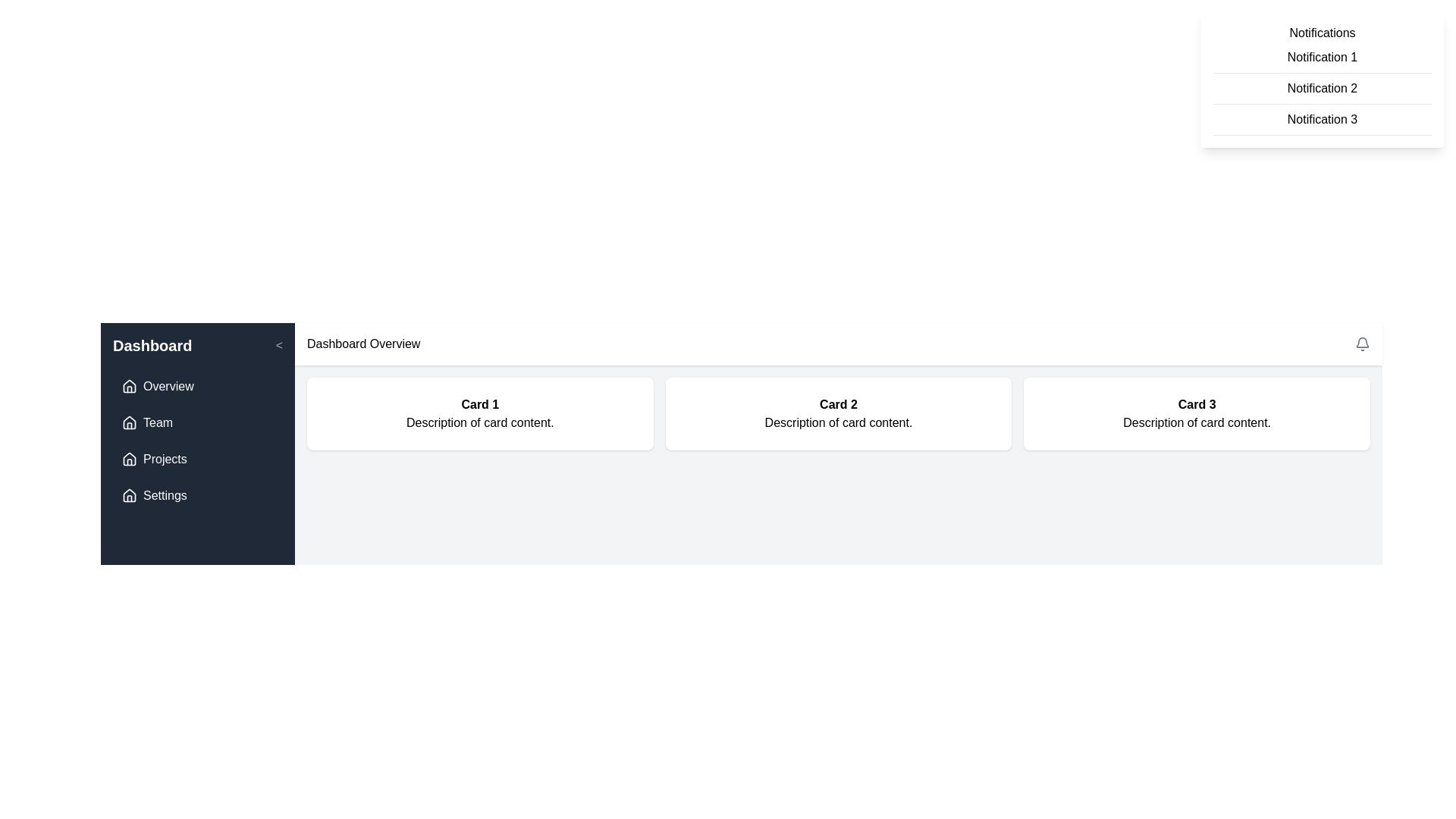 The width and height of the screenshot is (1456, 819). Describe the element at coordinates (1362, 344) in the screenshot. I see `the notification icon located at the far-right side of the 'Dashboard Overview' bar` at that location.